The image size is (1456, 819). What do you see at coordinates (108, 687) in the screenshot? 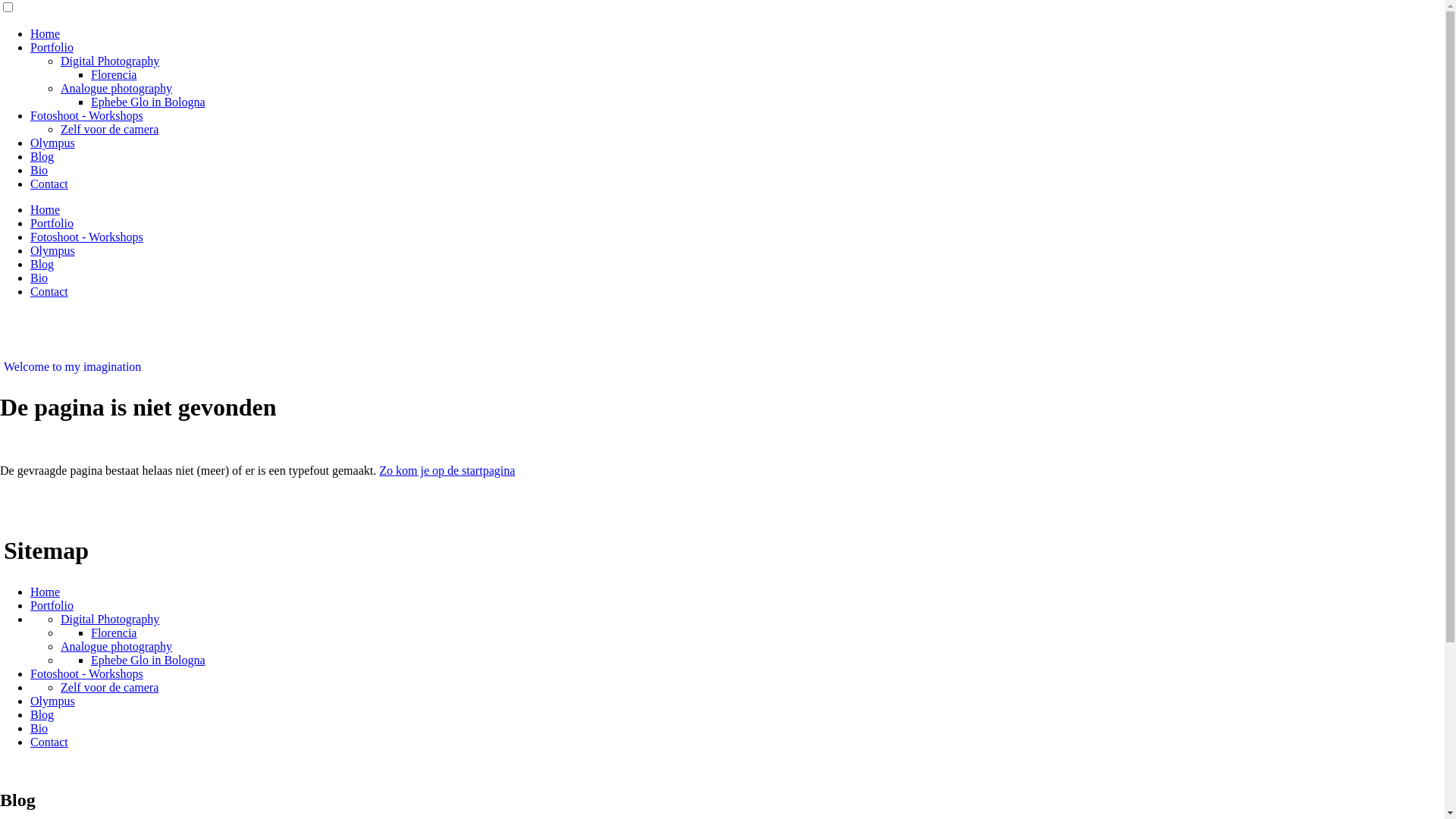
I see `'Zelf voor de camera'` at bounding box center [108, 687].